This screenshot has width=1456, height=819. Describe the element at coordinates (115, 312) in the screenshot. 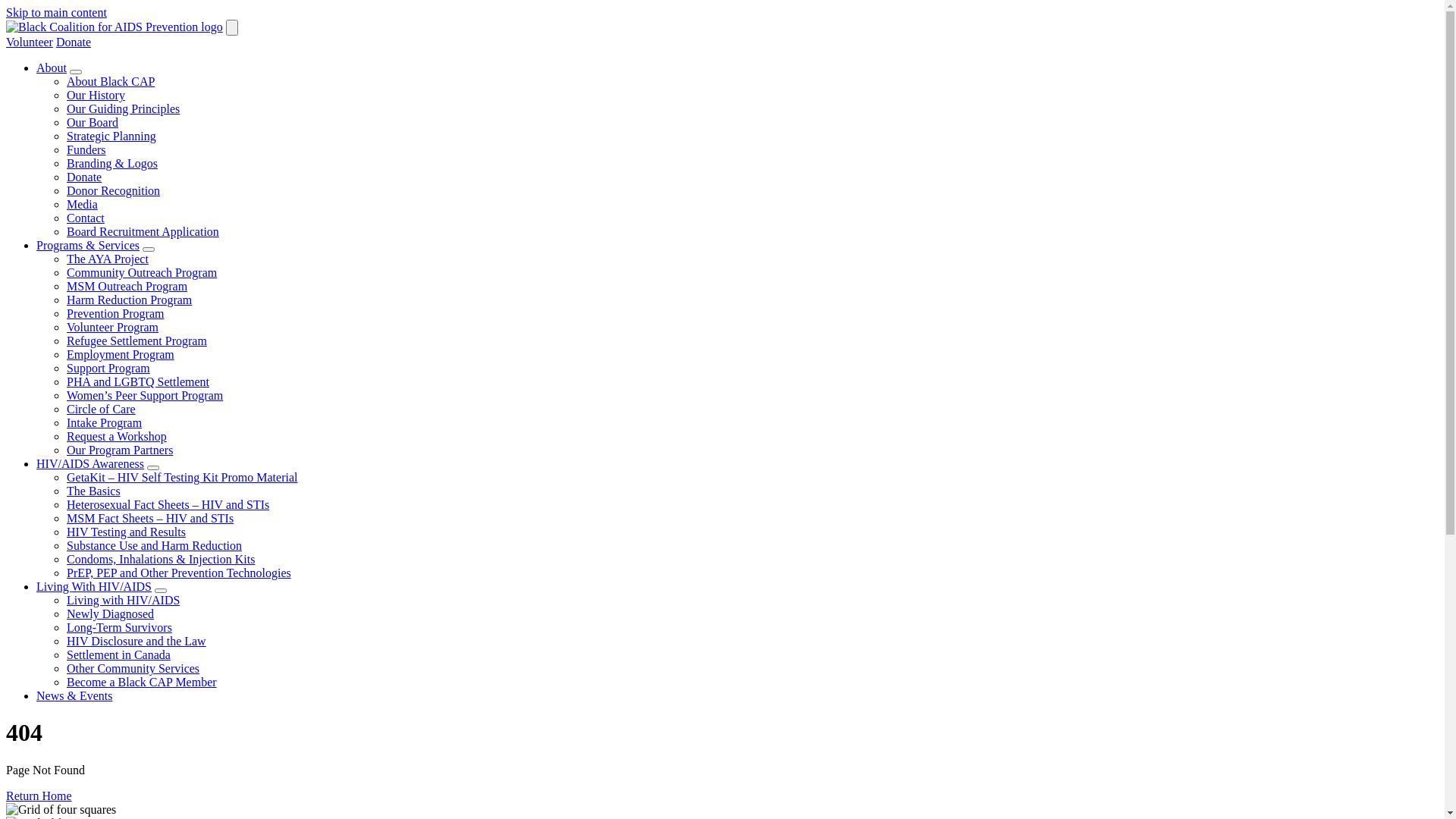

I see `'Prevention Program'` at that location.